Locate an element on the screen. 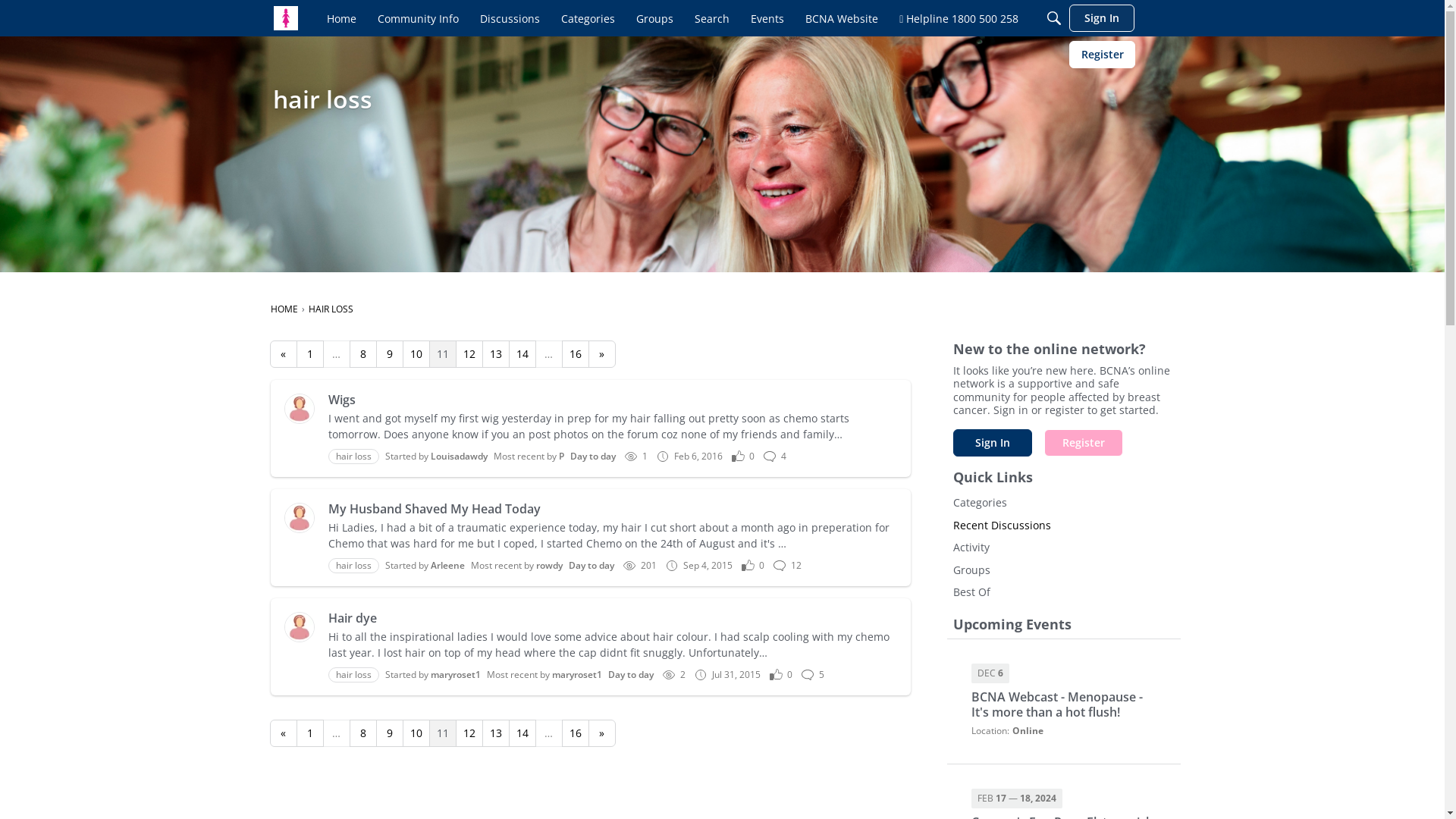 Image resolution: width=1456 pixels, height=819 pixels. 'Sign In' is located at coordinates (1102, 17).